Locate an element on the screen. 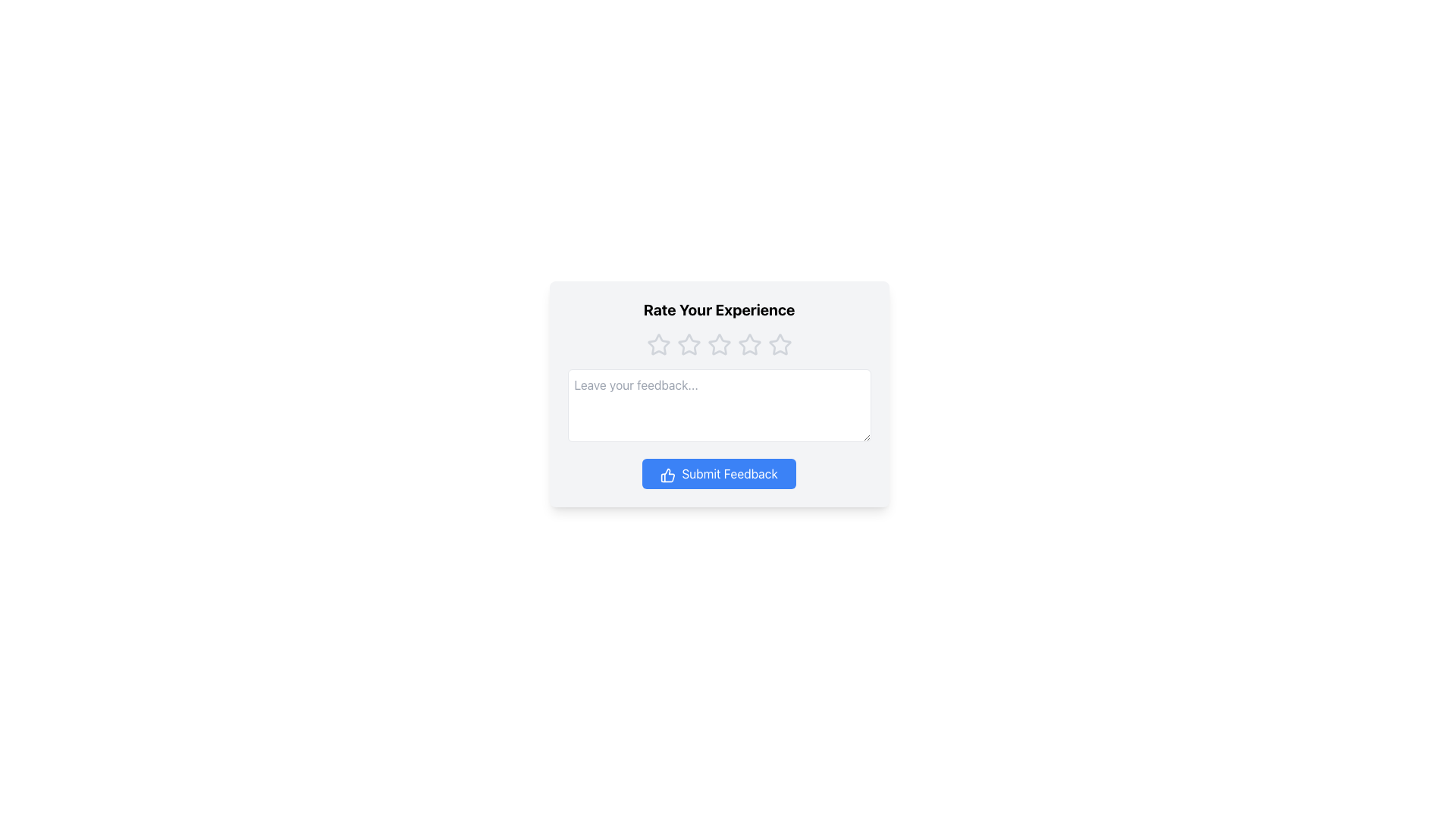 The image size is (1456, 819). the visual enhancement icon embedded within the 'Submit Feedback' button located below the feedback form is located at coordinates (667, 474).